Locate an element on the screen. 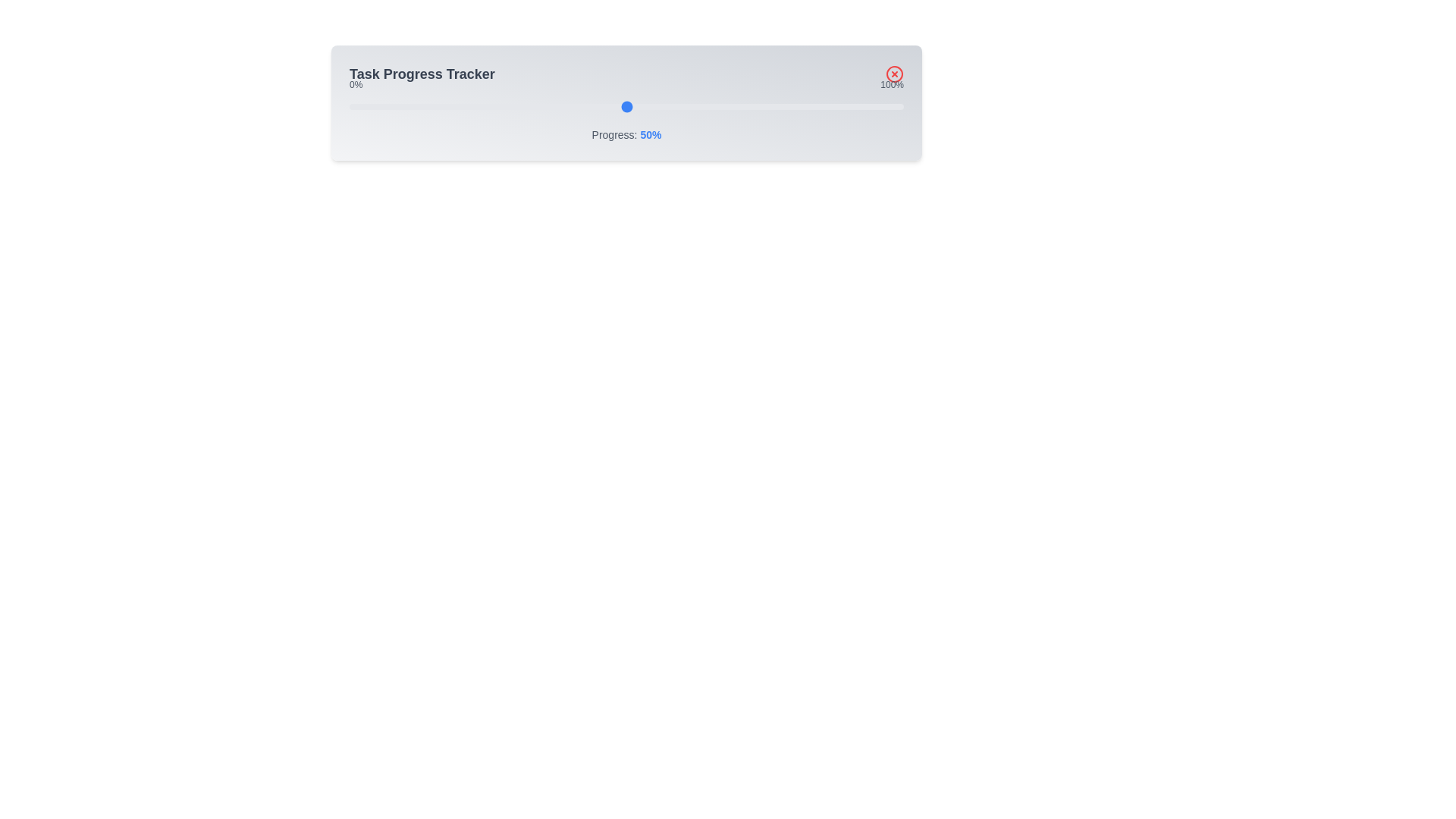 The width and height of the screenshot is (1456, 819). the slider is located at coordinates (587, 106).